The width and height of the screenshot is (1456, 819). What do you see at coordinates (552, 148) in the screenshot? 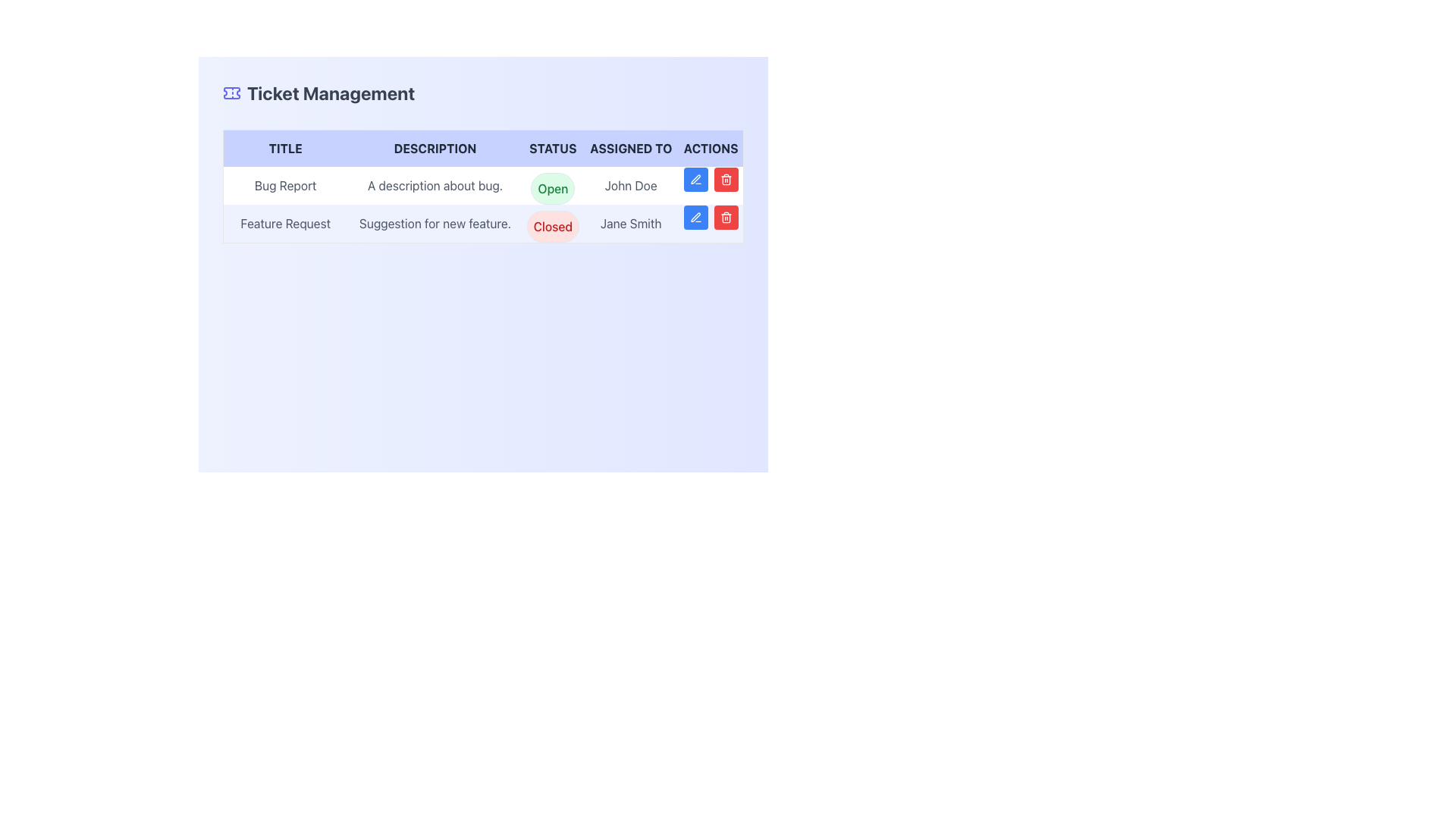
I see `the 'Status' header label in the table, which is the third label from the left, positioned between 'DESCRIPTION' and 'ASSIGNED TO'` at bounding box center [552, 148].